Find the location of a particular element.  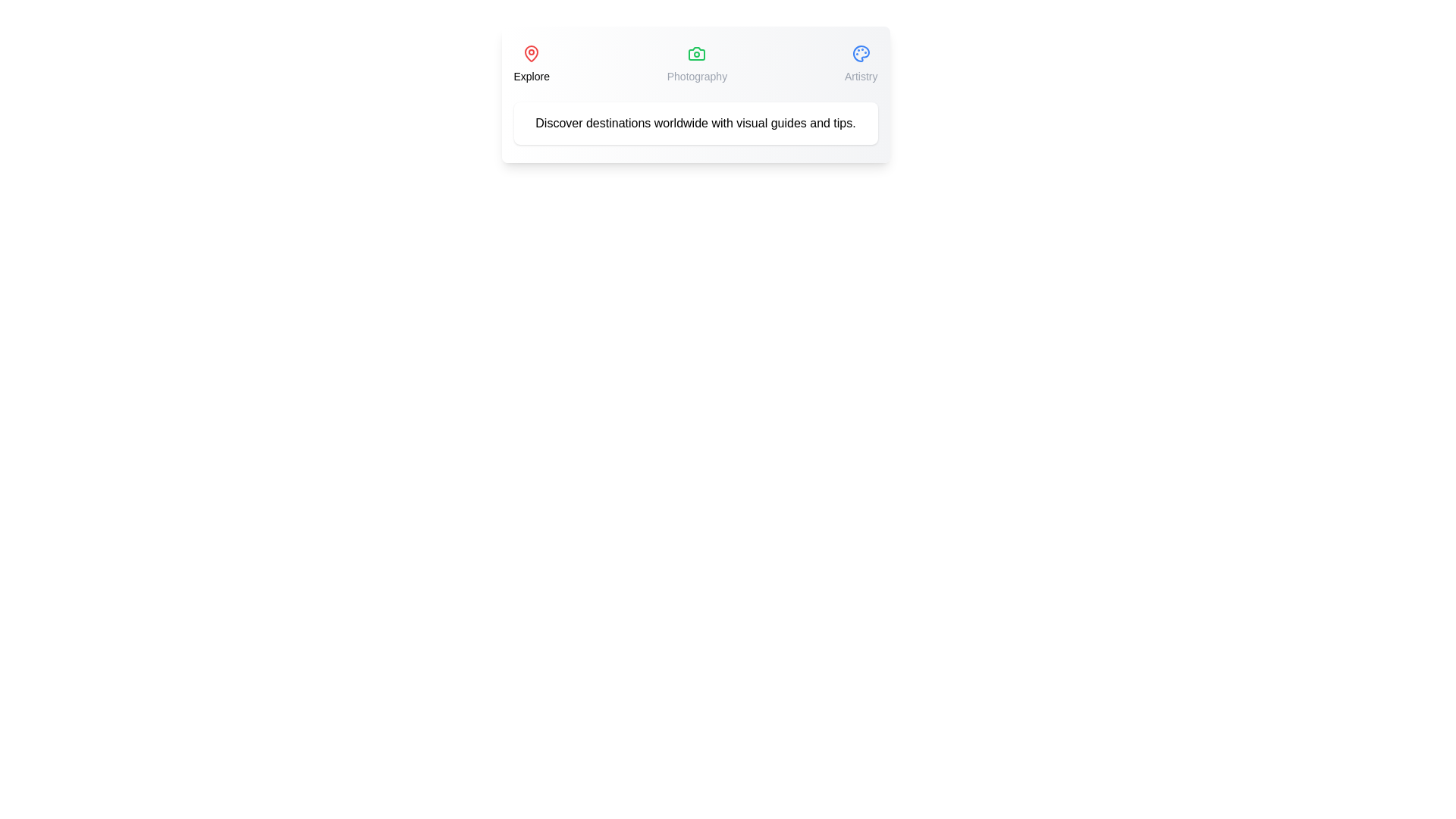

the tab labeled Photography to trigger its hover interaction is located at coordinates (696, 63).